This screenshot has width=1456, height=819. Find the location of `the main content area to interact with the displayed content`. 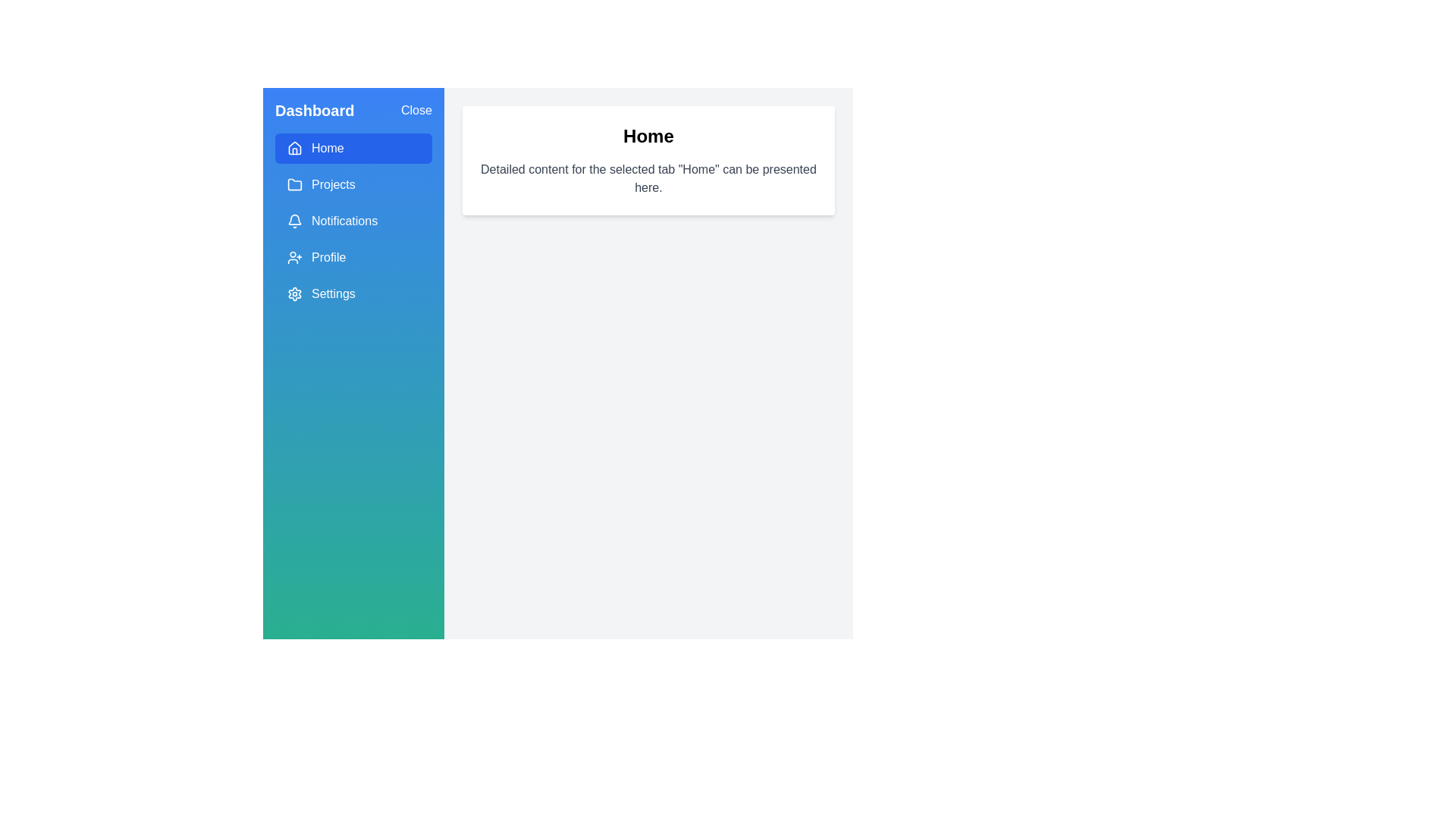

the main content area to interact with the displayed content is located at coordinates (648, 497).